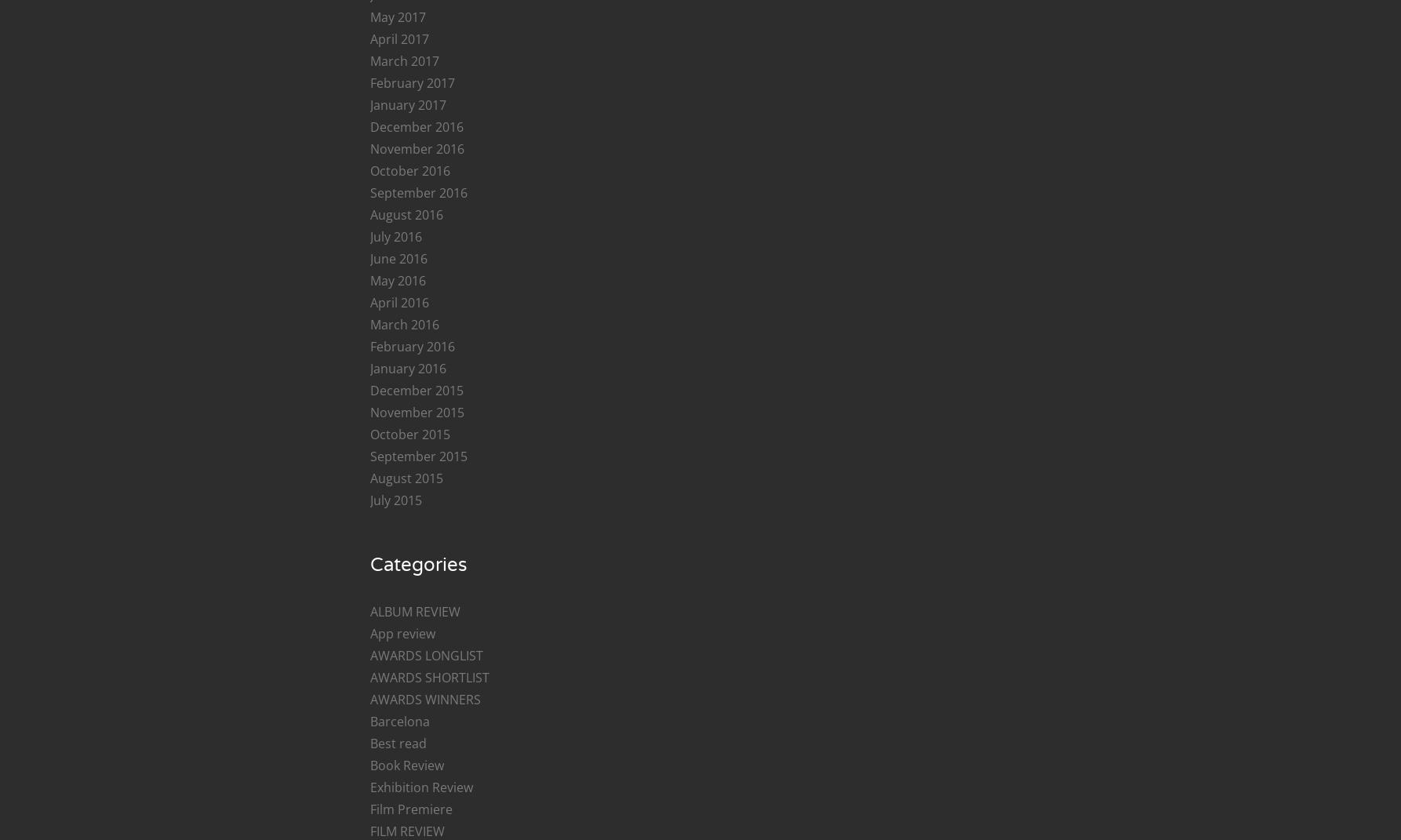 The image size is (1401, 840). I want to click on 'November 2015', so click(415, 411).